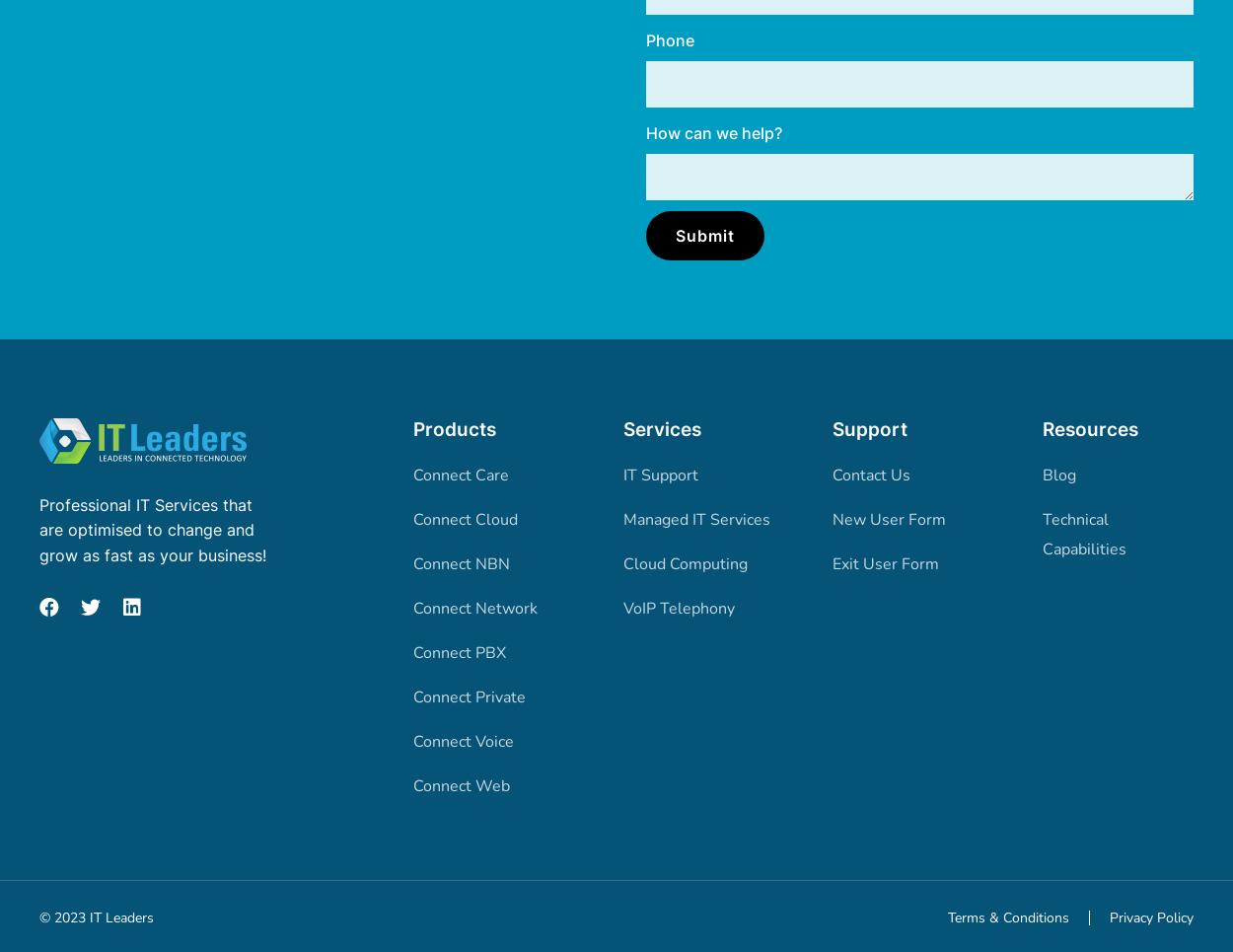 The image size is (1233, 952). What do you see at coordinates (889, 518) in the screenshot?
I see `'New User Form'` at bounding box center [889, 518].